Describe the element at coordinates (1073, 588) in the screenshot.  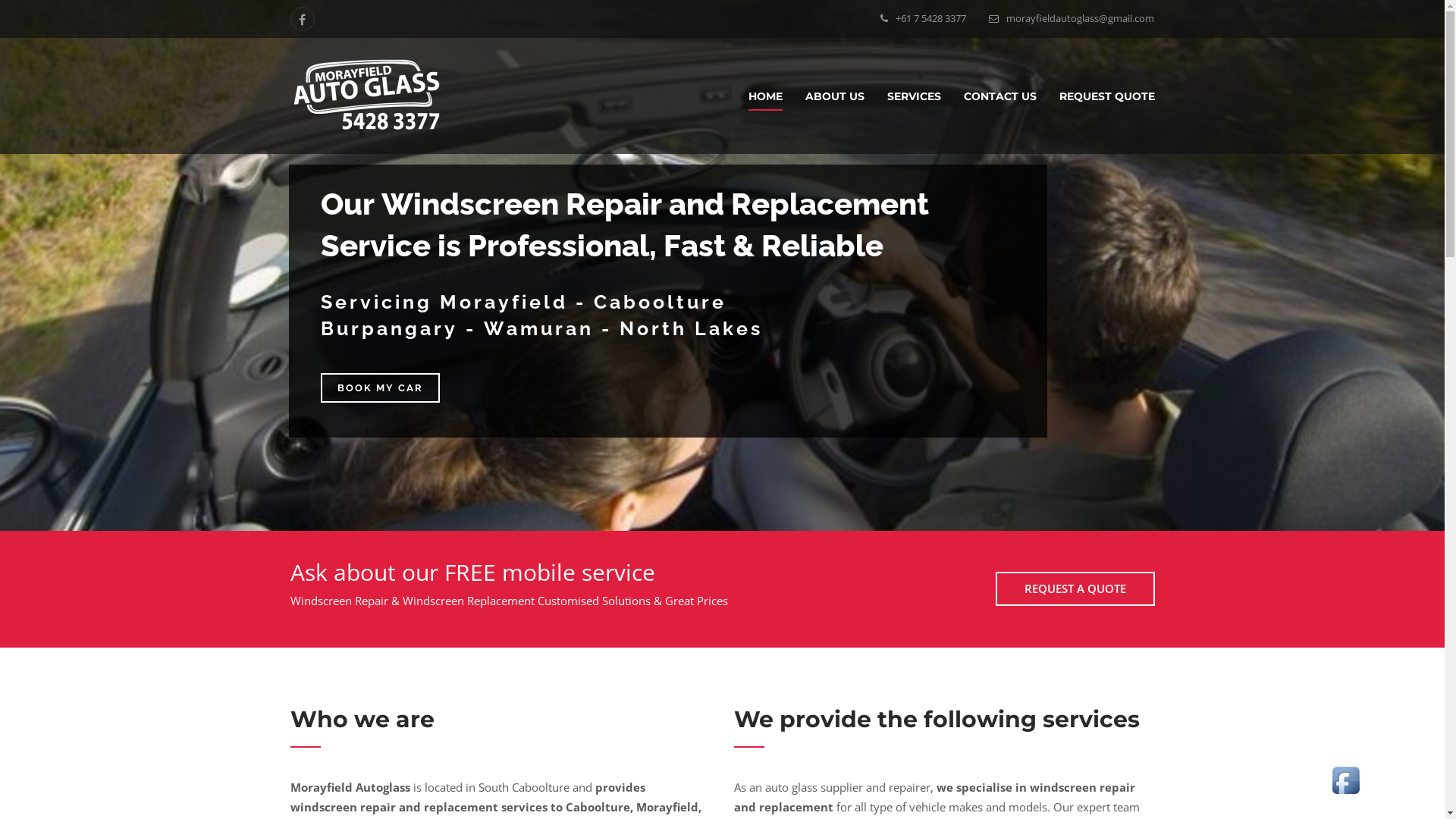
I see `'REQUEST A QUOTE` at that location.